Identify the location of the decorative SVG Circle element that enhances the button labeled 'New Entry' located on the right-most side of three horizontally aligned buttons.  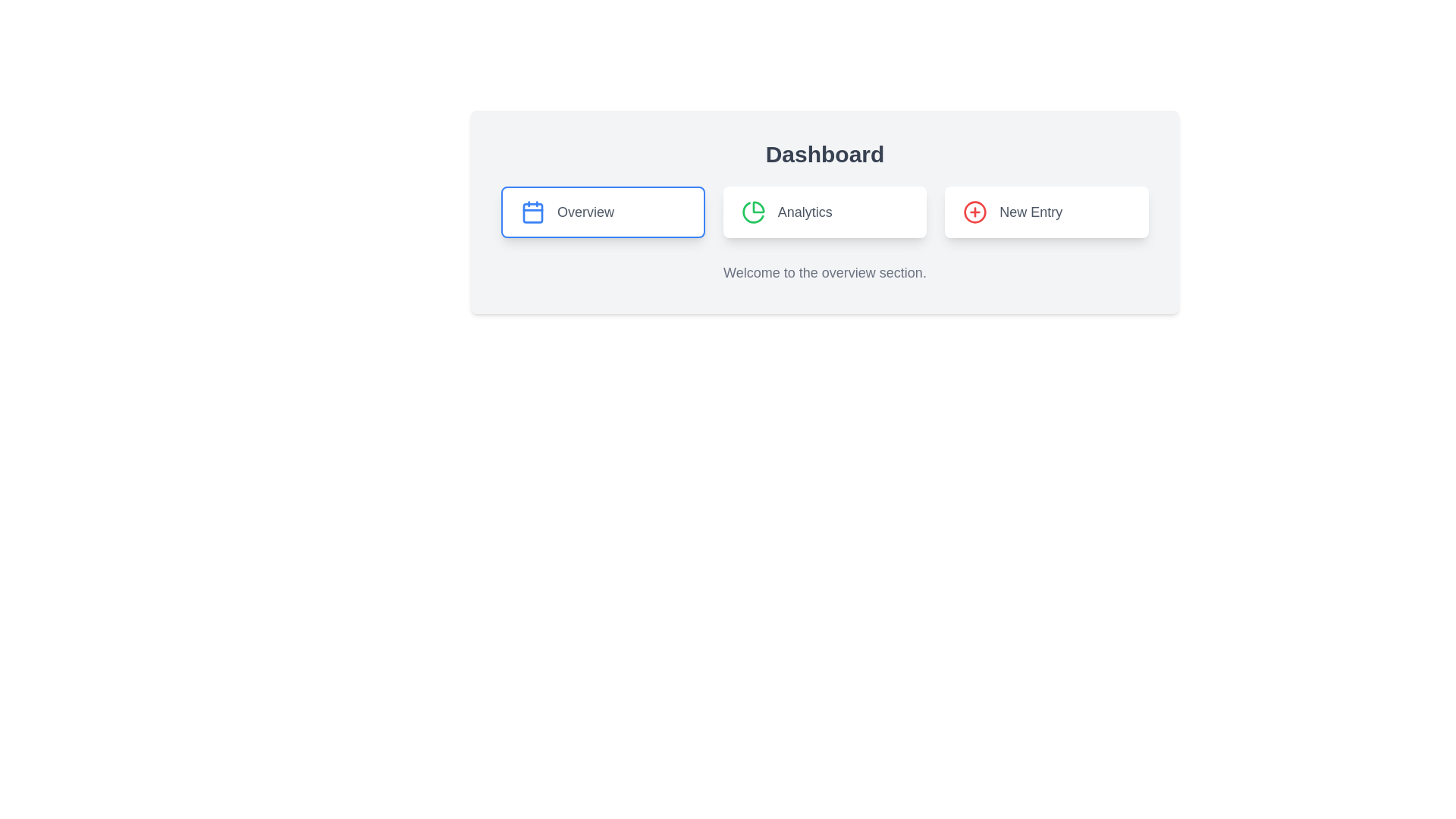
(975, 212).